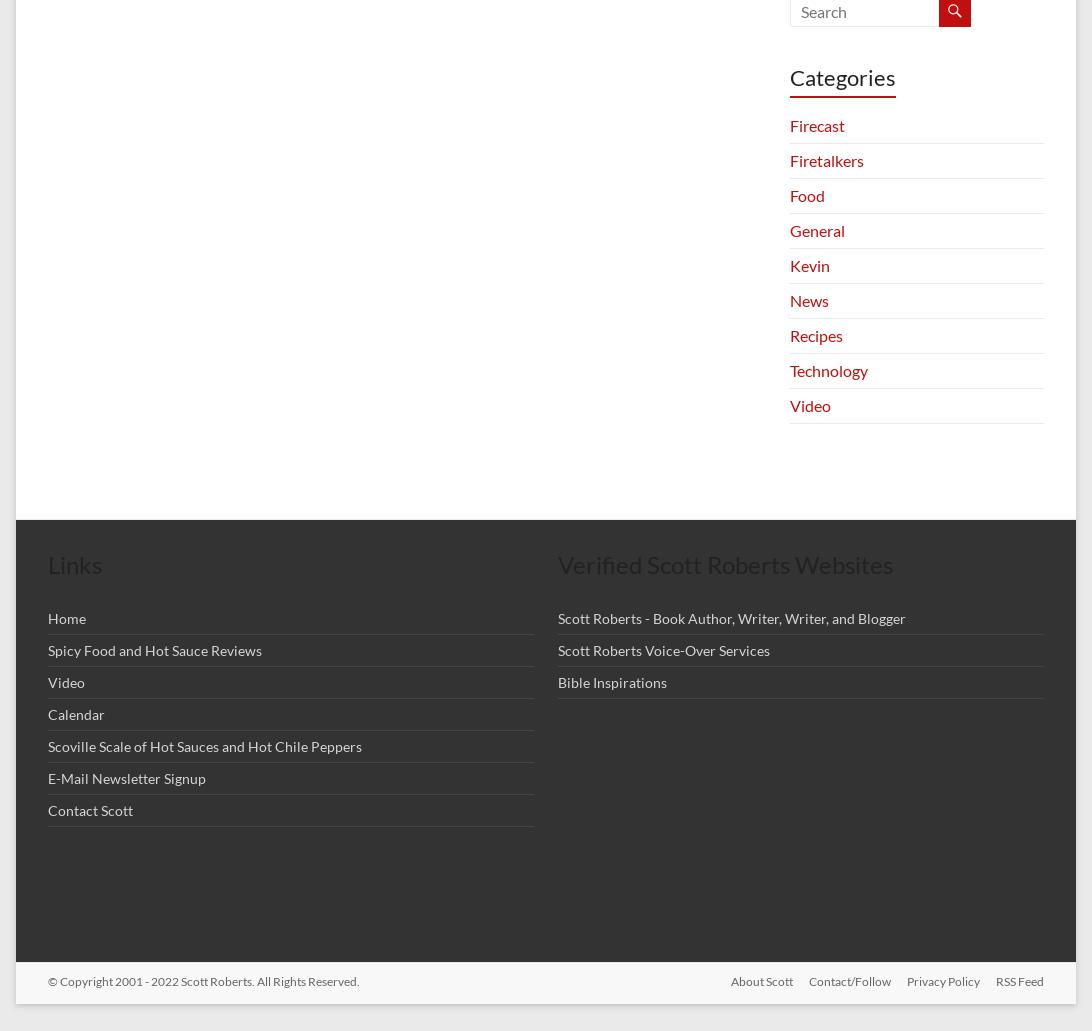  I want to click on 'Bible Inspirations', so click(612, 682).